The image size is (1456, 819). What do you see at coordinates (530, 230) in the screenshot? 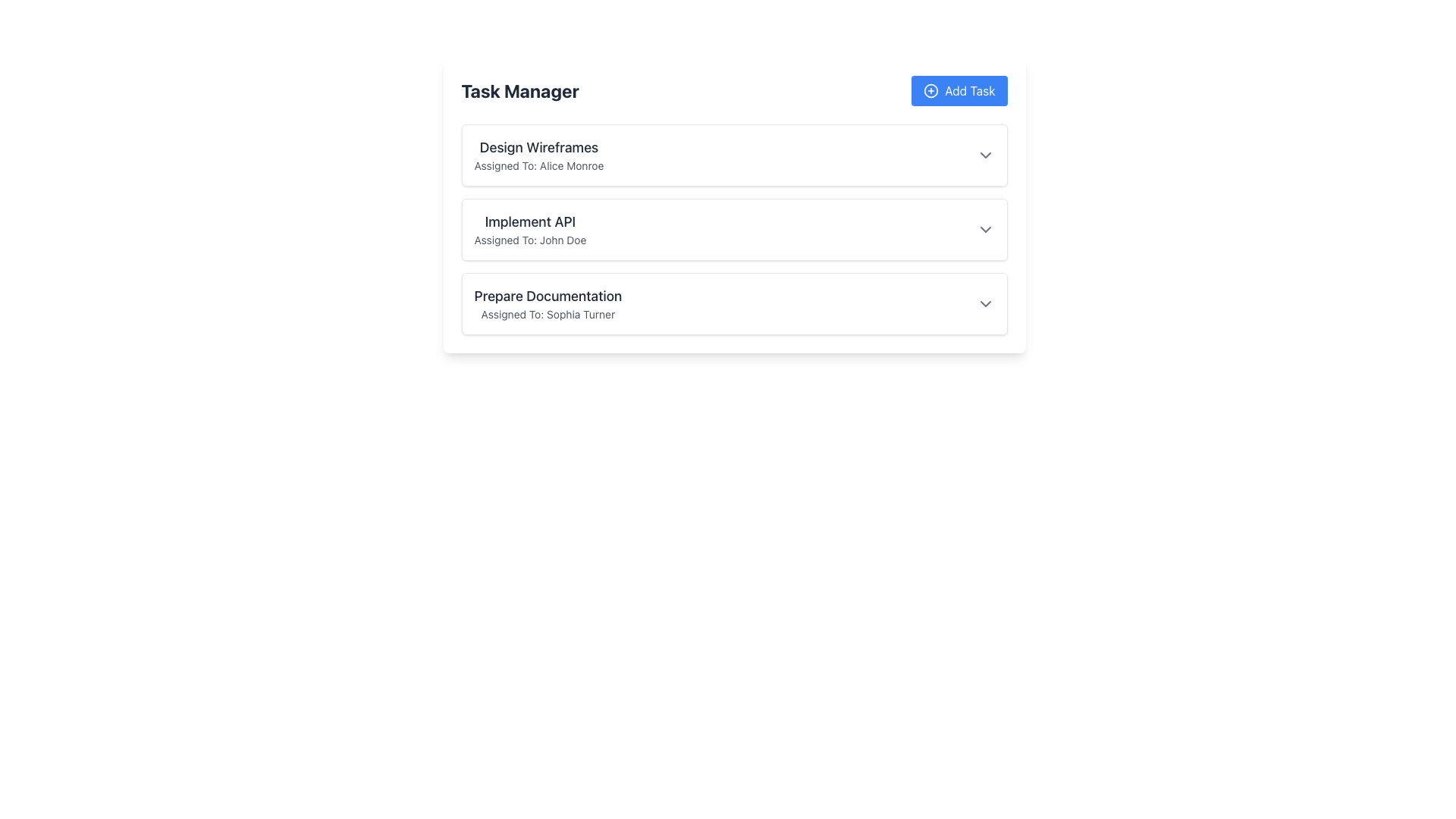
I see `the structured list item with the title 'Implement API' and the assignee 'Assigned To: John Doe'` at bounding box center [530, 230].